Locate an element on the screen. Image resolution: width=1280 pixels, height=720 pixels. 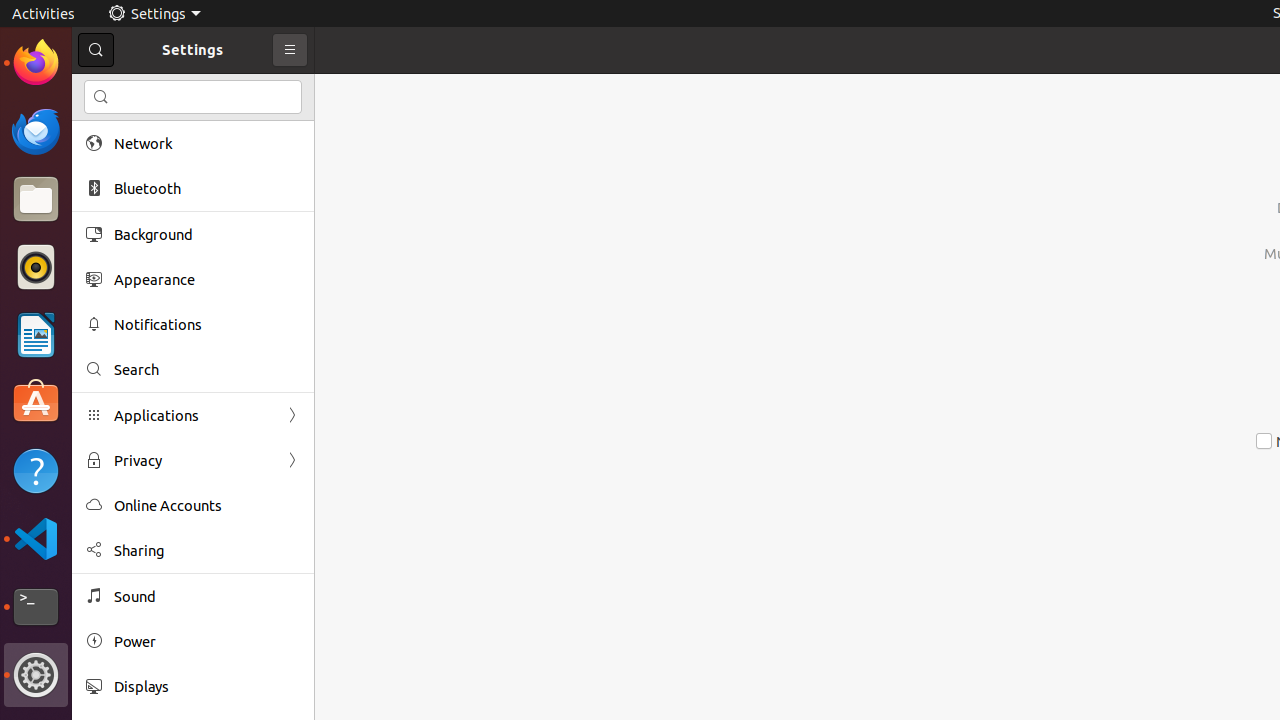
'Appearance' is located at coordinates (206, 279).